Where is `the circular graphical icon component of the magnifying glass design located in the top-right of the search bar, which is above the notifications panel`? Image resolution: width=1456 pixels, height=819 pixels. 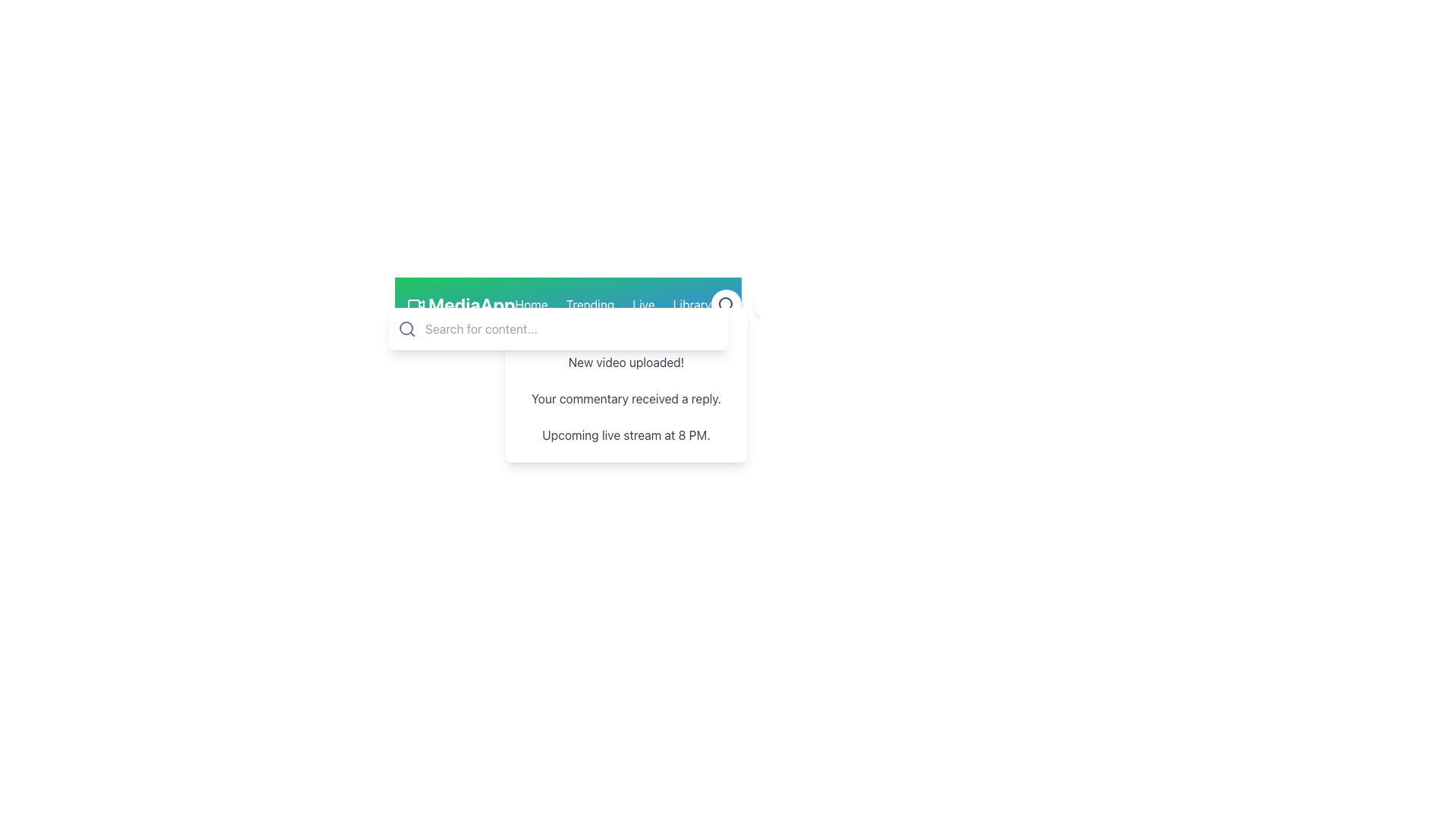 the circular graphical icon component of the magnifying glass design located in the top-right of the search bar, which is above the notifications panel is located at coordinates (725, 304).